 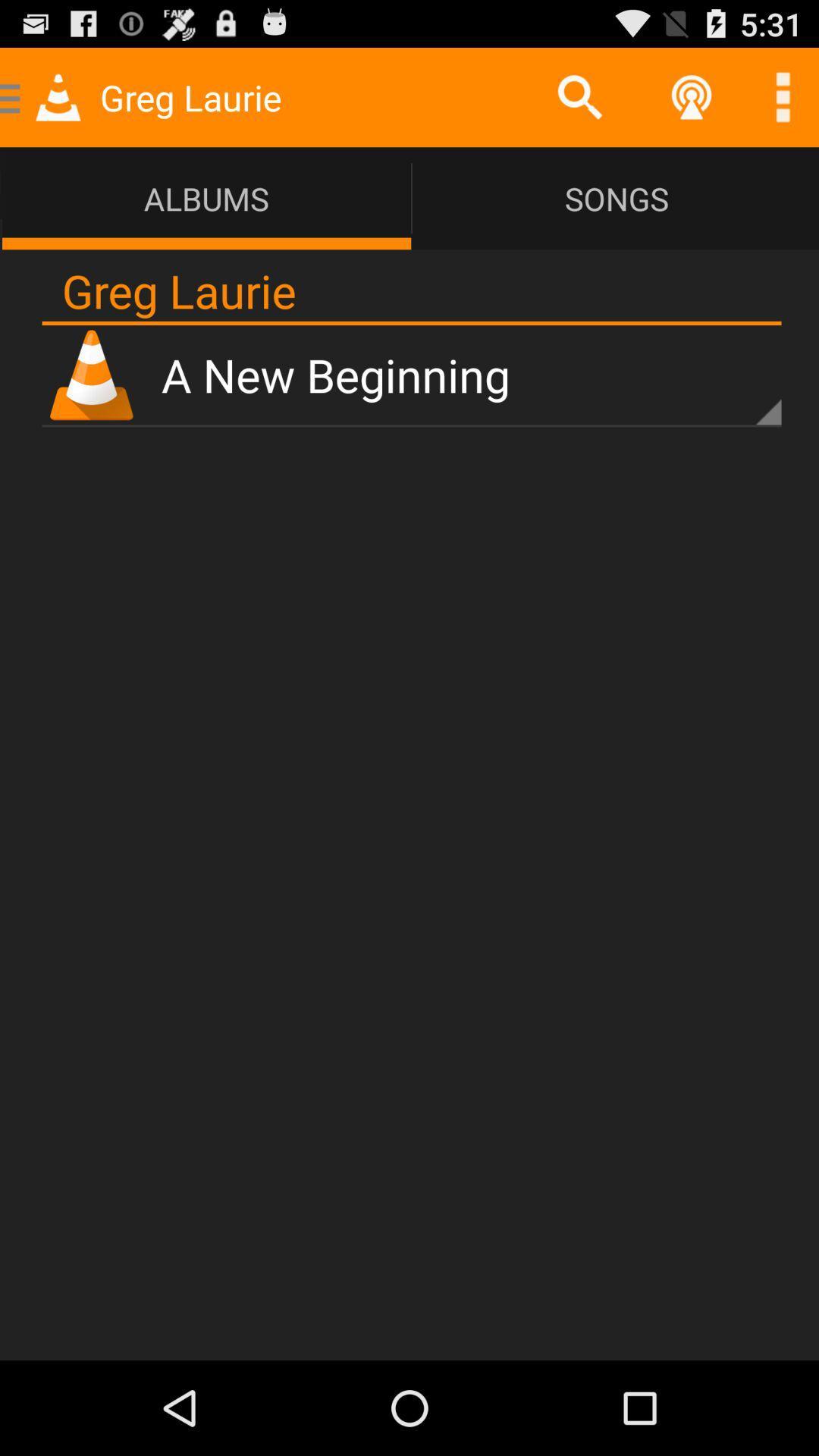 I want to click on options, so click(x=783, y=96).